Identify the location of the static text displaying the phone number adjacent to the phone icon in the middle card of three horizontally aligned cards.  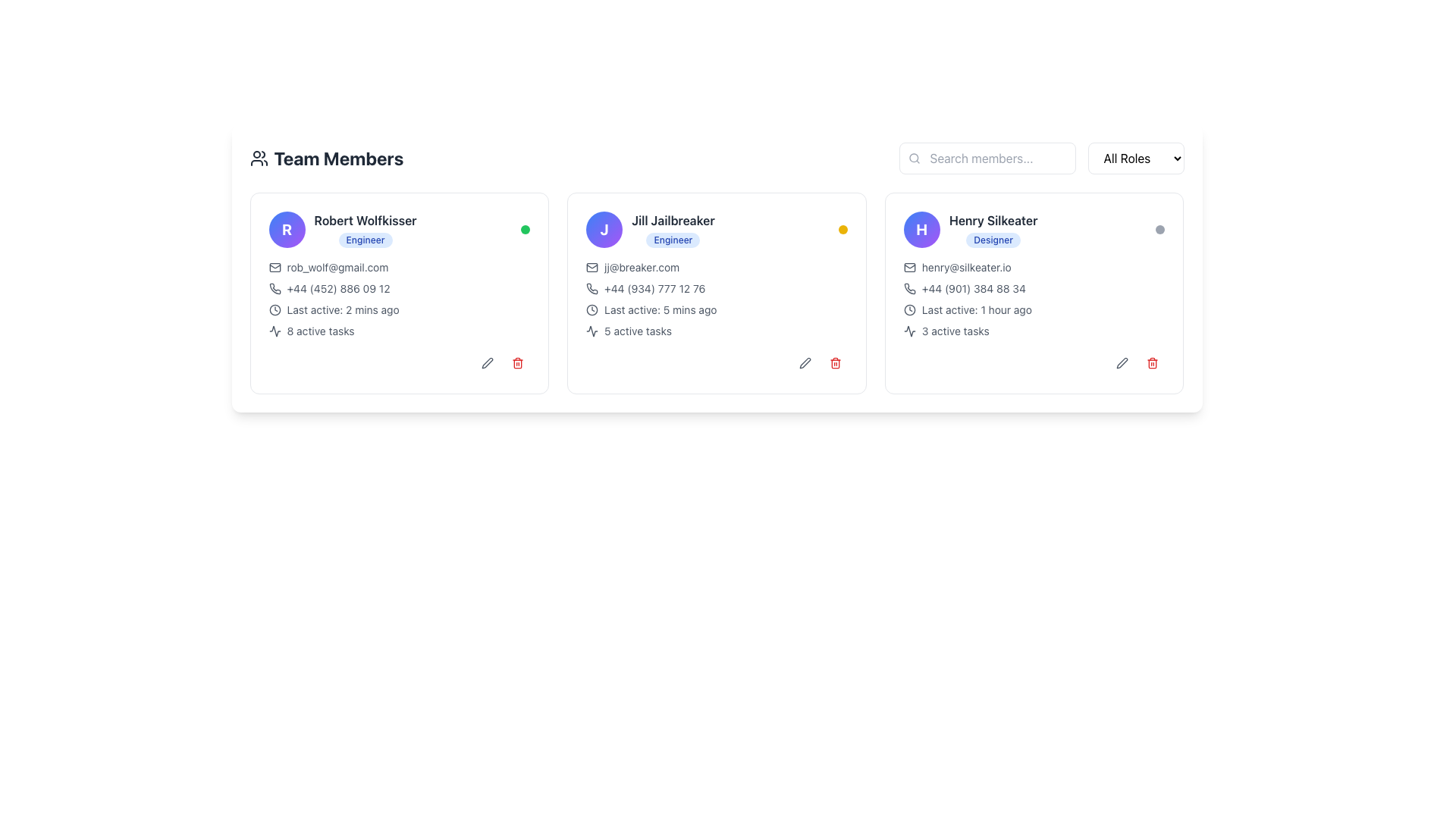
(654, 289).